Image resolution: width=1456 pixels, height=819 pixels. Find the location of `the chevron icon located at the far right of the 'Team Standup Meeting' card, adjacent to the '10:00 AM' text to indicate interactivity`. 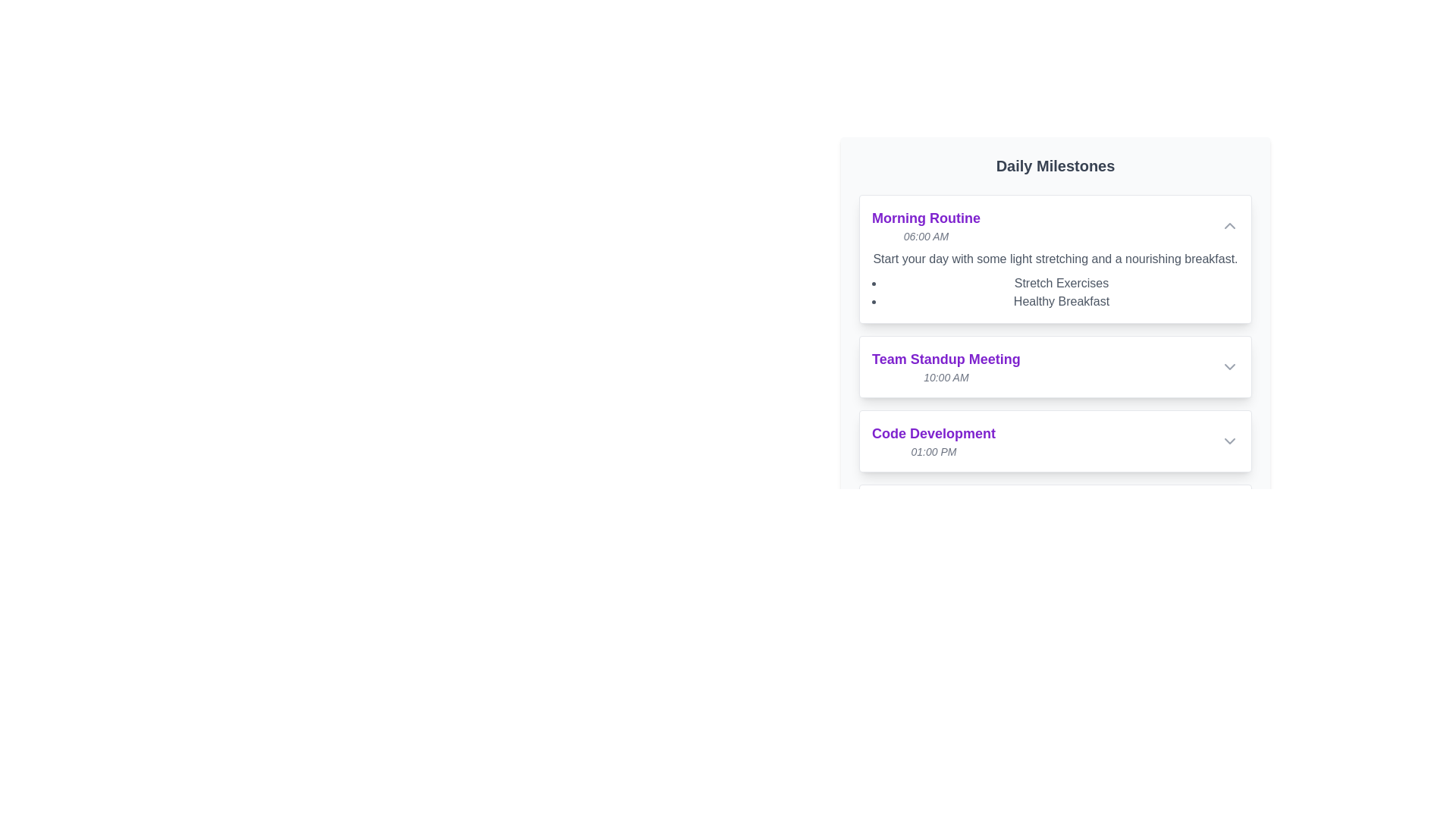

the chevron icon located at the far right of the 'Team Standup Meeting' card, adjacent to the '10:00 AM' text to indicate interactivity is located at coordinates (1230, 366).